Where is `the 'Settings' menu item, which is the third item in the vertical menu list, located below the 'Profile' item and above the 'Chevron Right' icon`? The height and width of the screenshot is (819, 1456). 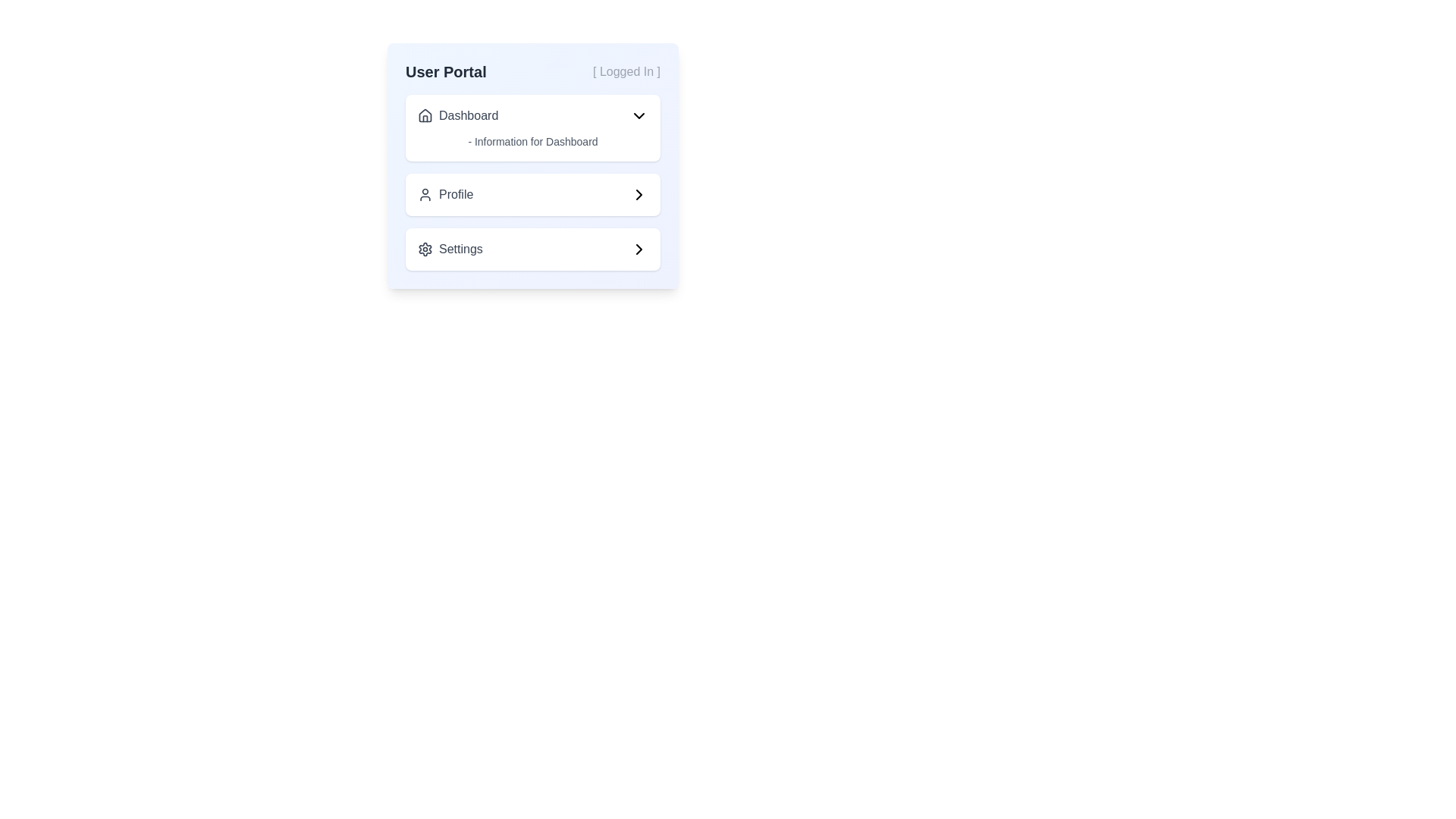
the 'Settings' menu item, which is the third item in the vertical menu list, located below the 'Profile' item and above the 'Chevron Right' icon is located at coordinates (449, 248).